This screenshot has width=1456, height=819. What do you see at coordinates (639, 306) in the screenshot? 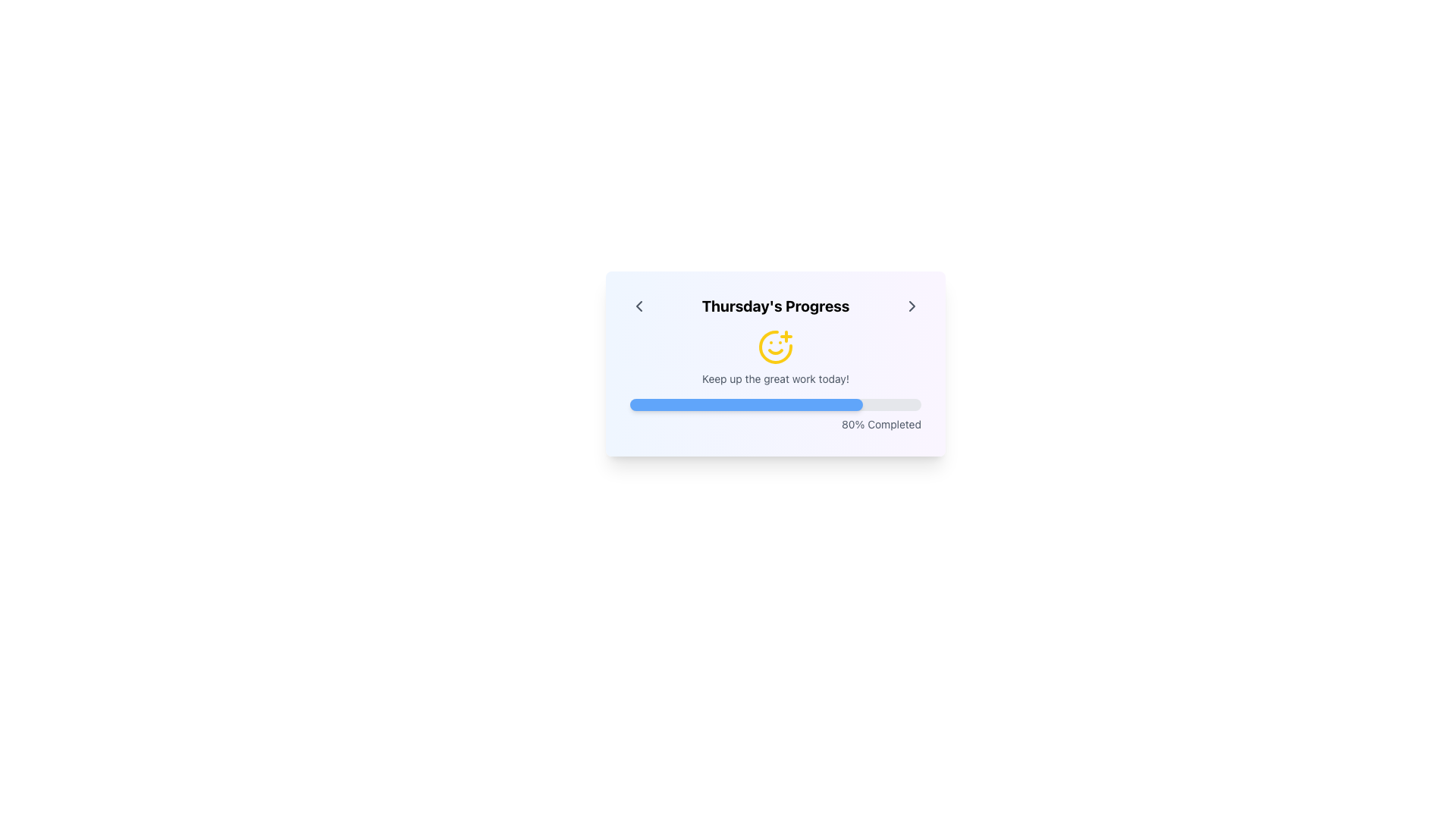
I see `the navigational button located to the left of the 'Thursday's Progress' text` at bounding box center [639, 306].